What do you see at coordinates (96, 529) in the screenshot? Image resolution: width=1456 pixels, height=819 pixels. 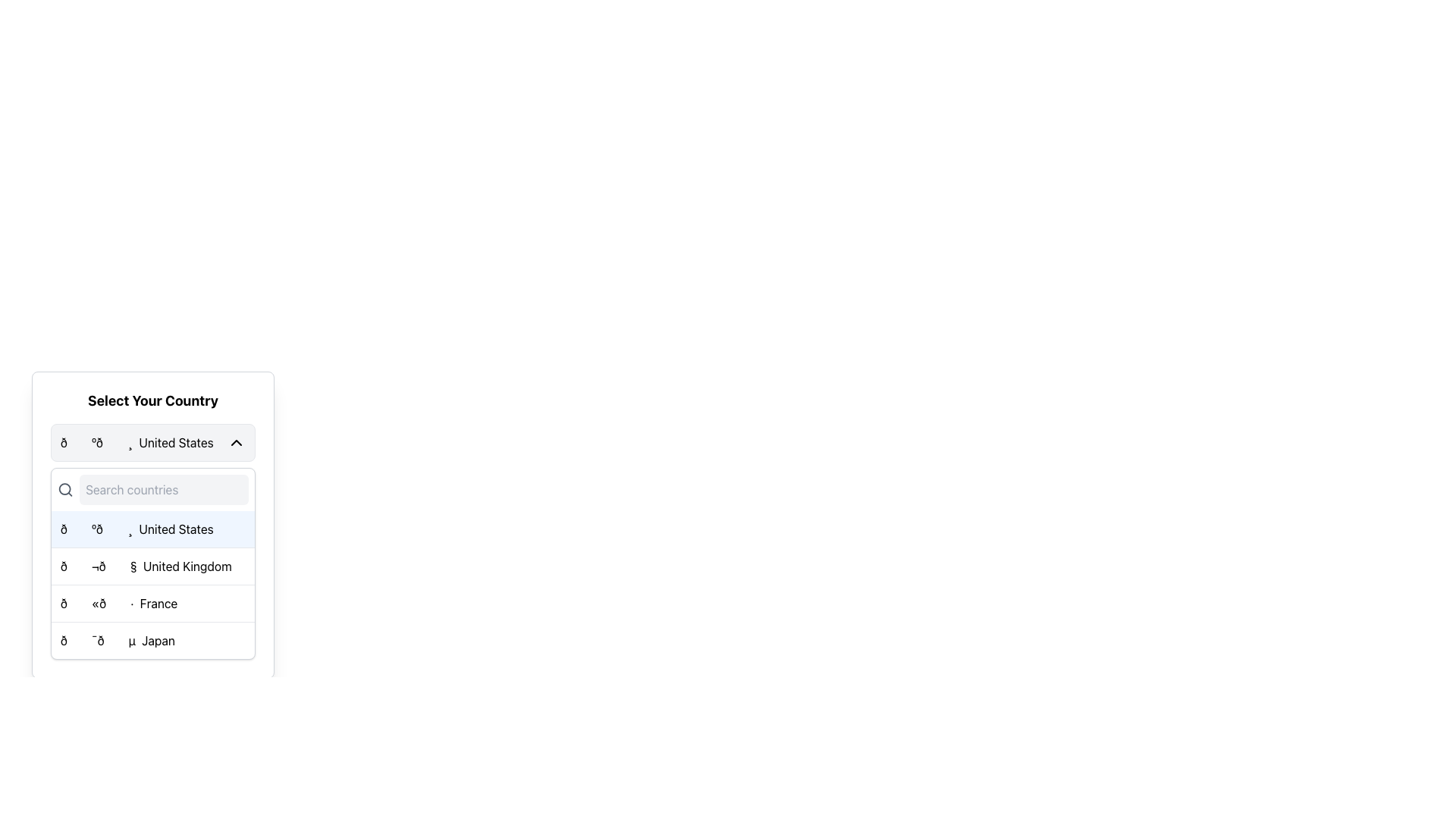 I see `the decorative emoji icon that represents the country 'United States' in the country selection list, located at the leading position of the row labeled 'United States'` at bounding box center [96, 529].